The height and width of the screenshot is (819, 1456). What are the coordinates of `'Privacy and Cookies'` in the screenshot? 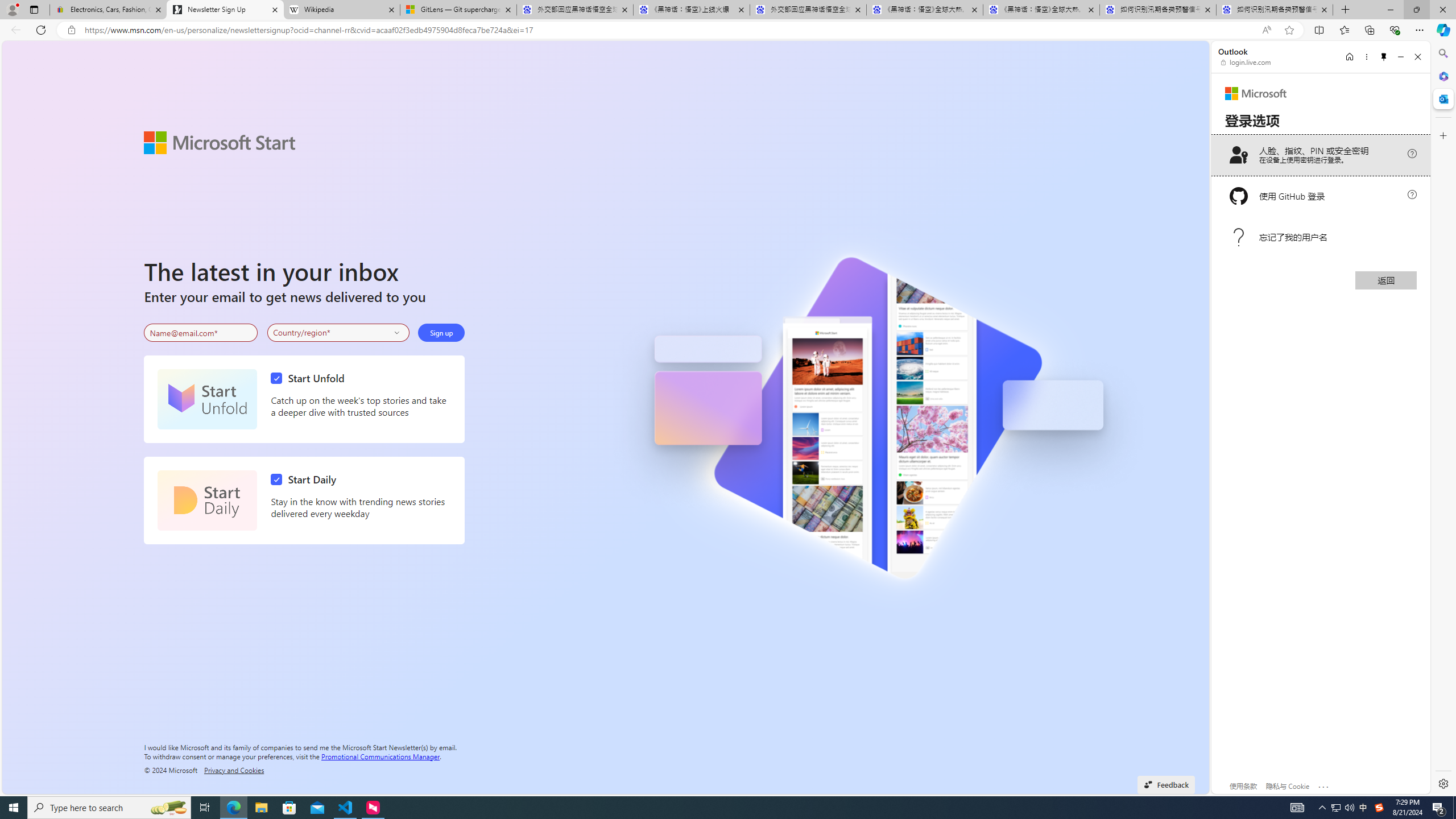 It's located at (234, 769).